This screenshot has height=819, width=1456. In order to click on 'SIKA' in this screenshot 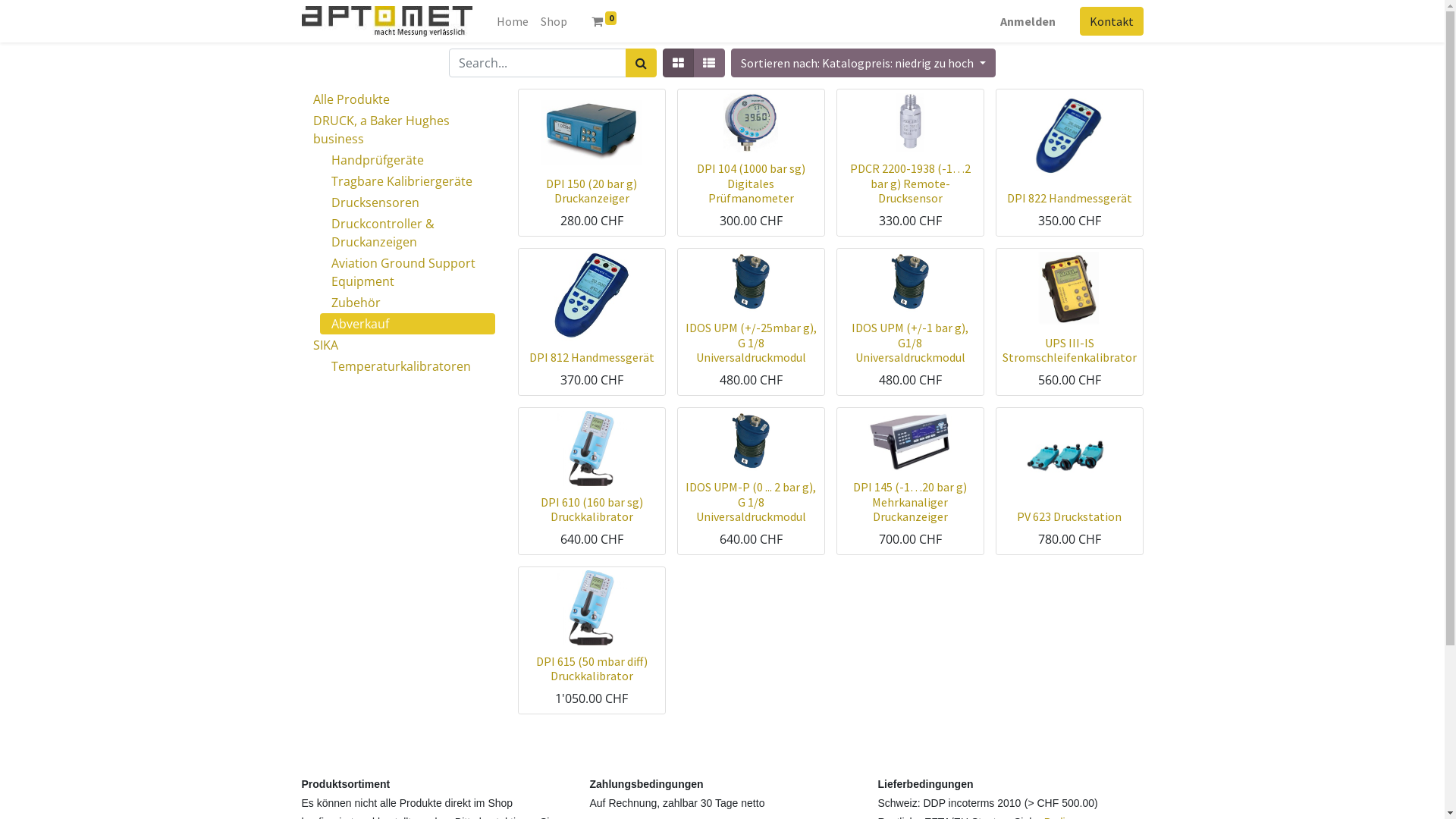, I will do `click(398, 345)`.